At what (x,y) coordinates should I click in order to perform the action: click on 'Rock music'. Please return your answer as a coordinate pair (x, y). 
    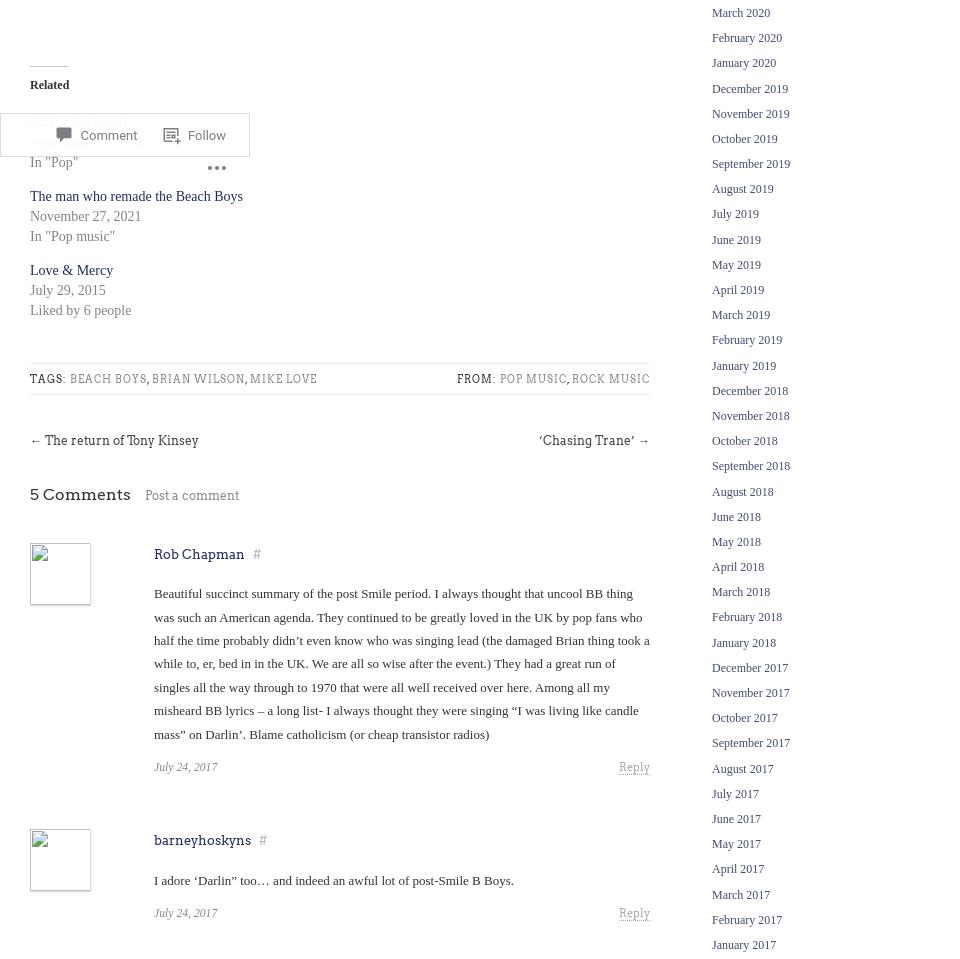
    Looking at the image, I should click on (610, 378).